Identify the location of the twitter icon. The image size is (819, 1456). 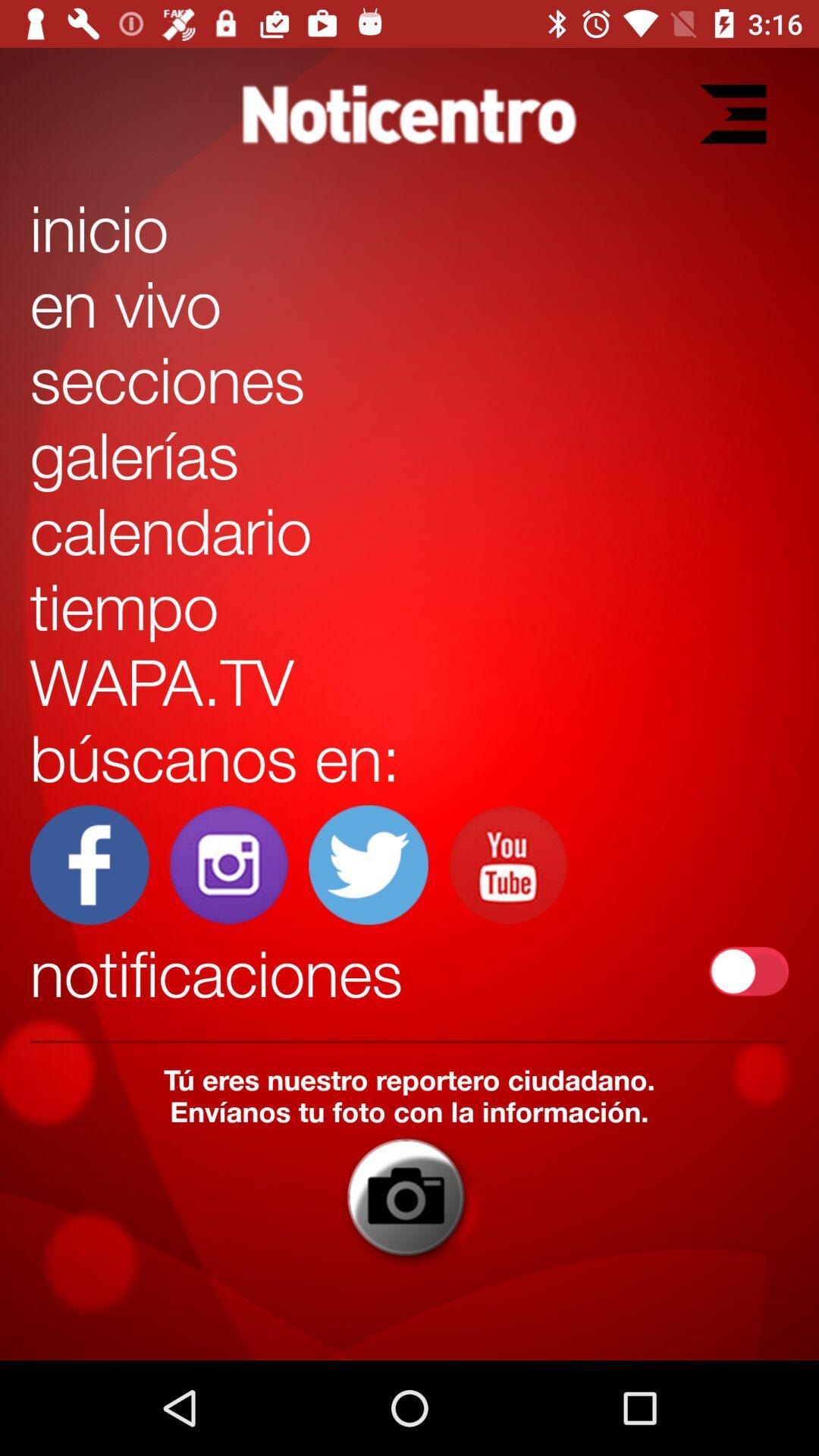
(369, 864).